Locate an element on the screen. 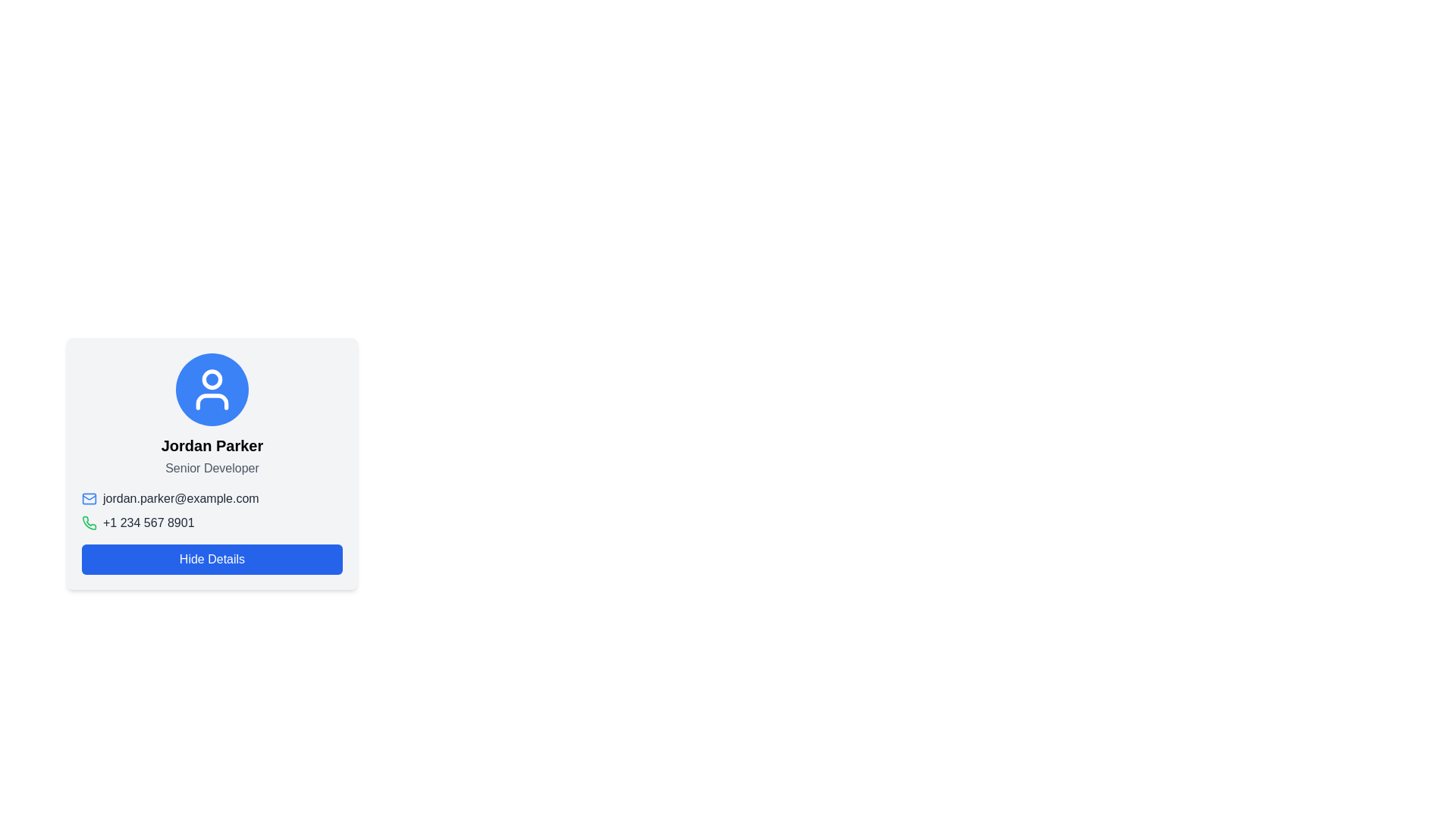 The image size is (1456, 819). email address displayed below the name 'Jordan Parker', which is aligned with the email icon to its left is located at coordinates (211, 499).